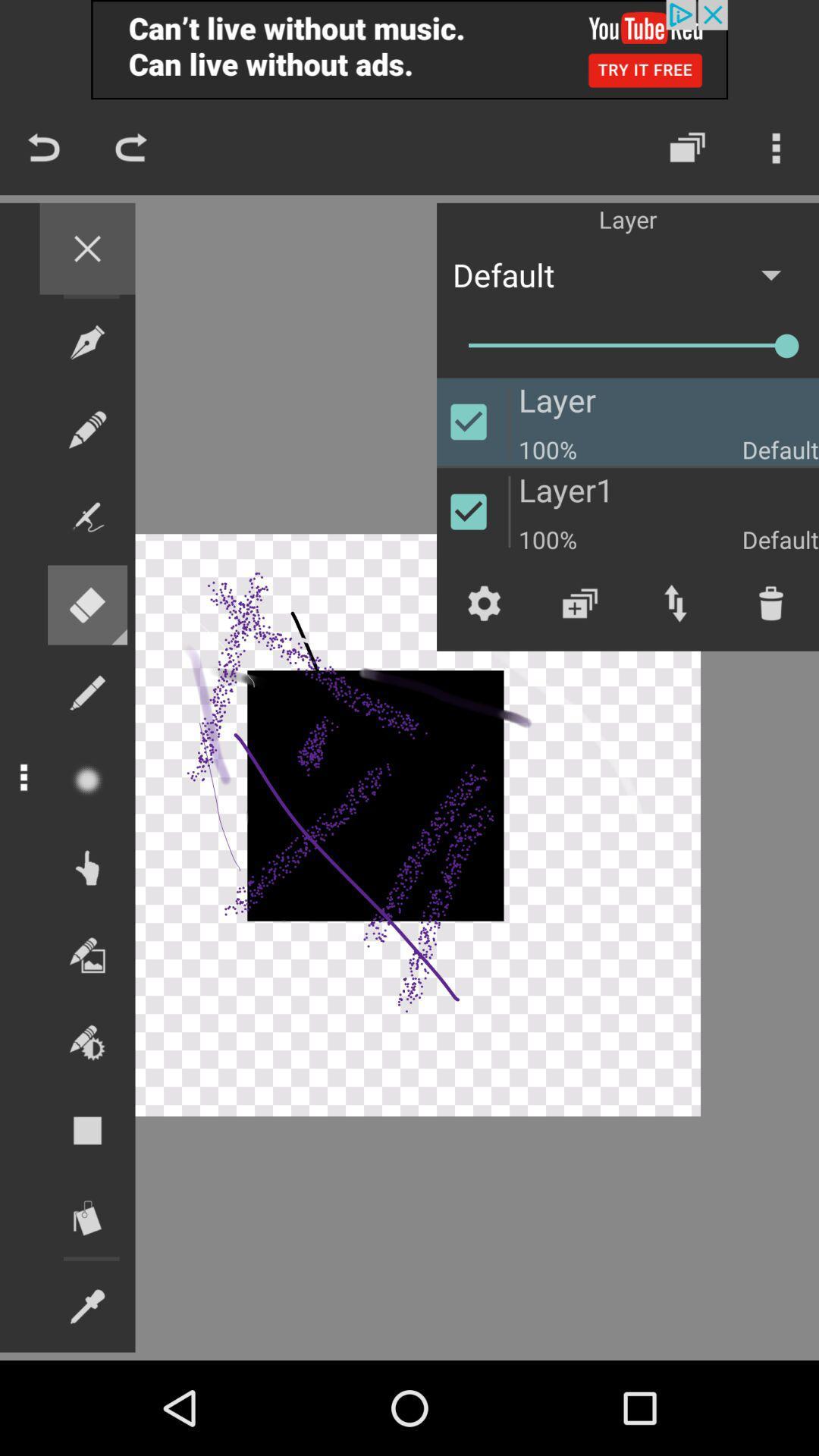  Describe the element at coordinates (130, 147) in the screenshot. I see `the redo icon` at that location.